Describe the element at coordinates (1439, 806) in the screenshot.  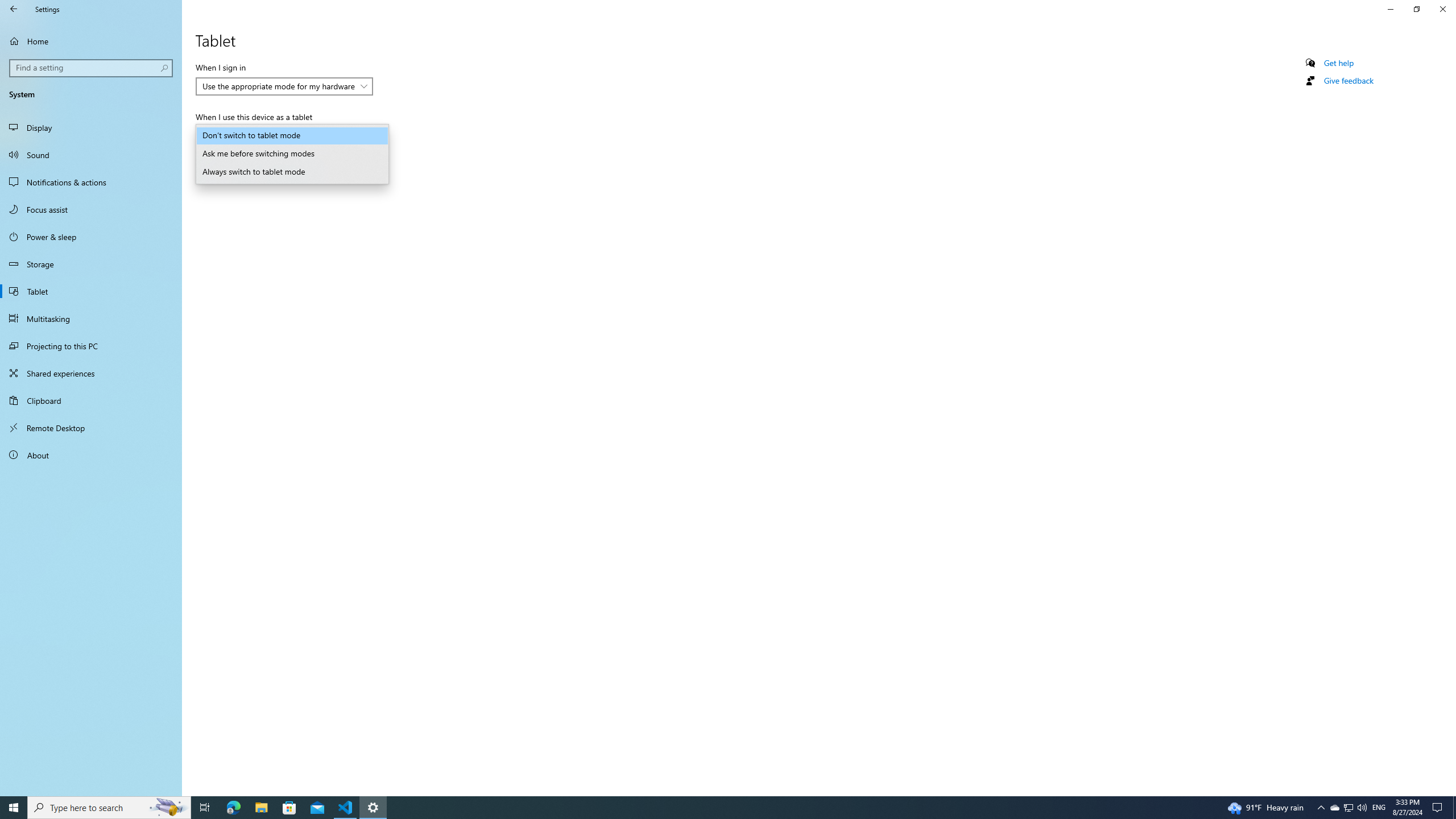
I see `'Action Center, No new notifications'` at that location.